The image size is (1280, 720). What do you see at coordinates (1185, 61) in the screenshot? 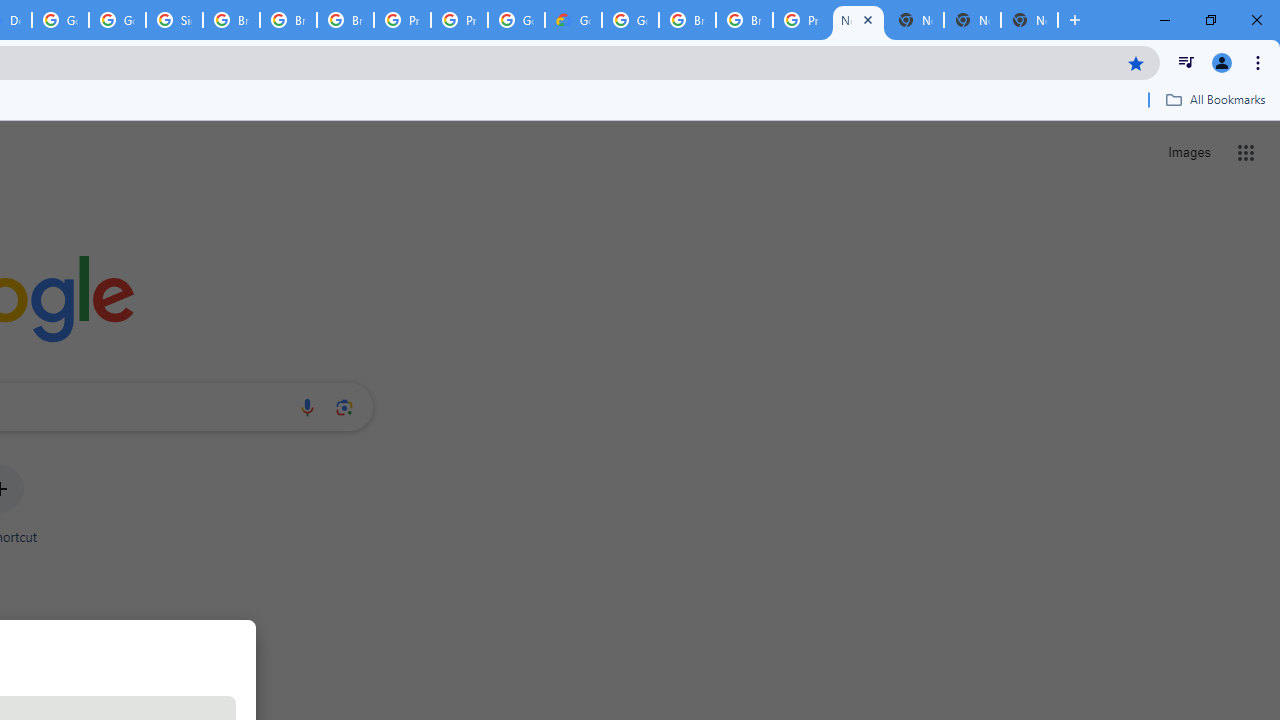
I see `'Control your music, videos, and more'` at bounding box center [1185, 61].